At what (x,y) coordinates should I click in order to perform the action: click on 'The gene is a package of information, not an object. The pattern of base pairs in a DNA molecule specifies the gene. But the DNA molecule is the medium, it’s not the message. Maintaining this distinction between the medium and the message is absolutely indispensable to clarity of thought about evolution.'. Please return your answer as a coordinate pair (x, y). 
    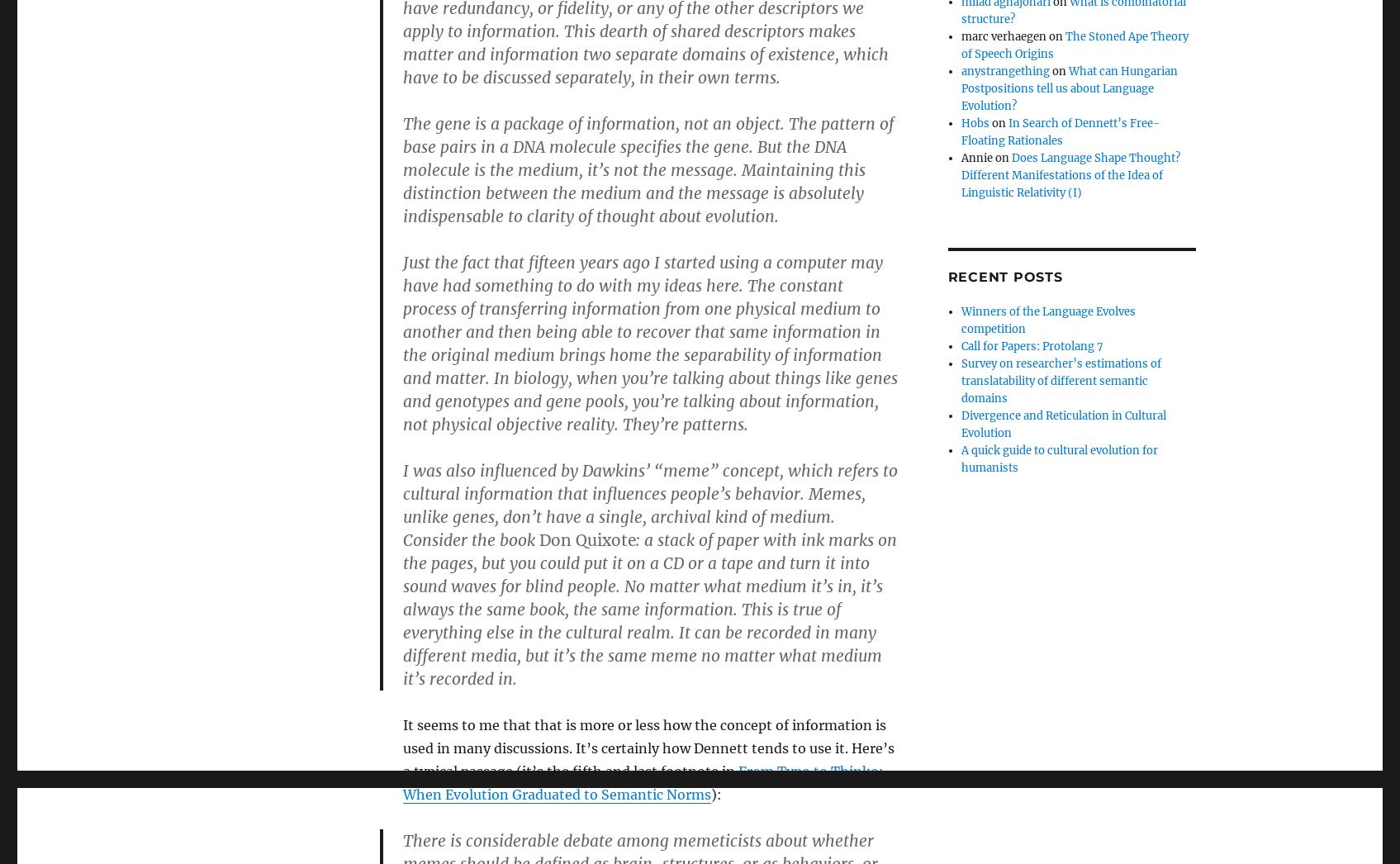
    Looking at the image, I should click on (647, 169).